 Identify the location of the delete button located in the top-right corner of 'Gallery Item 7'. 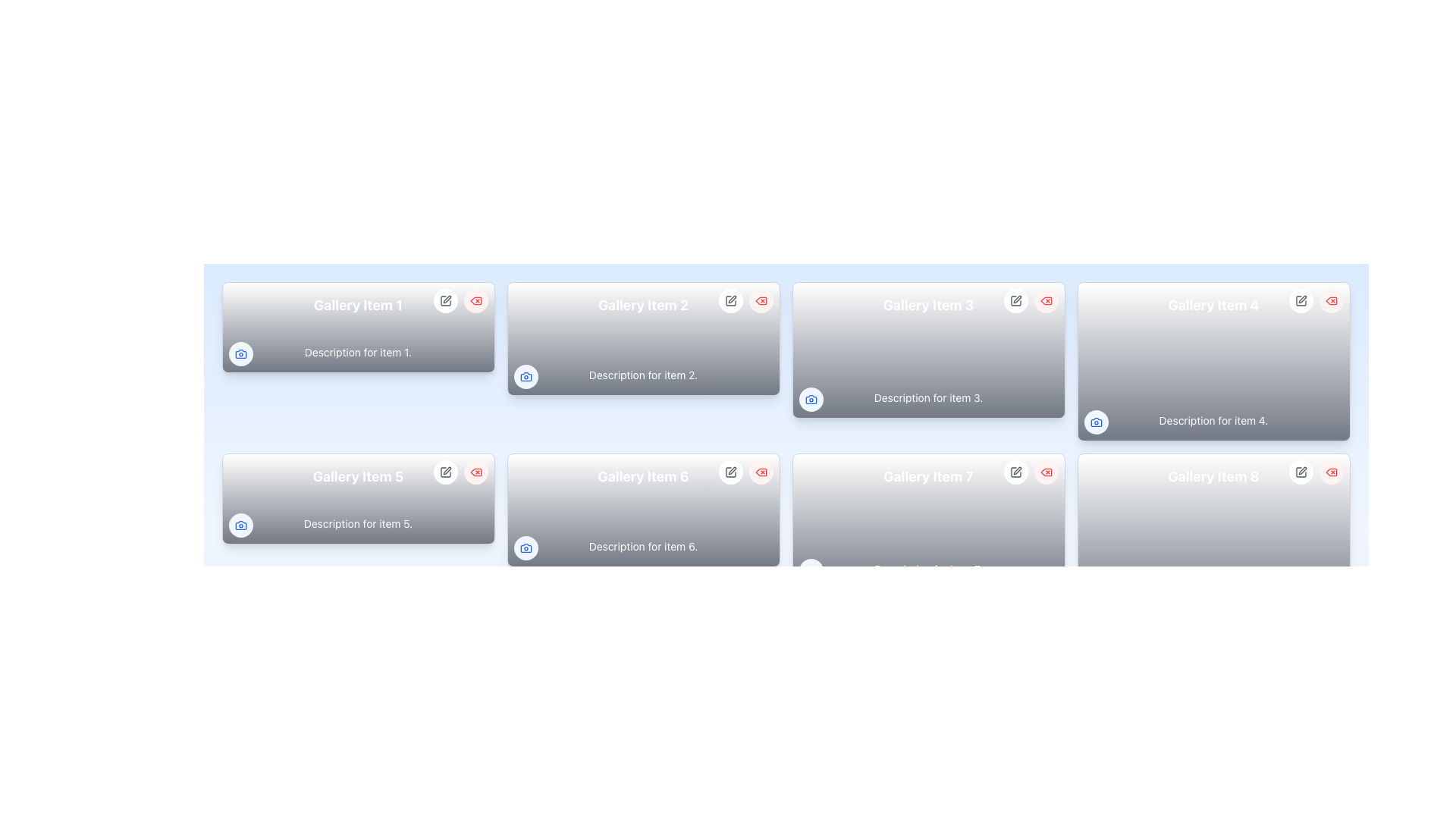
(1045, 472).